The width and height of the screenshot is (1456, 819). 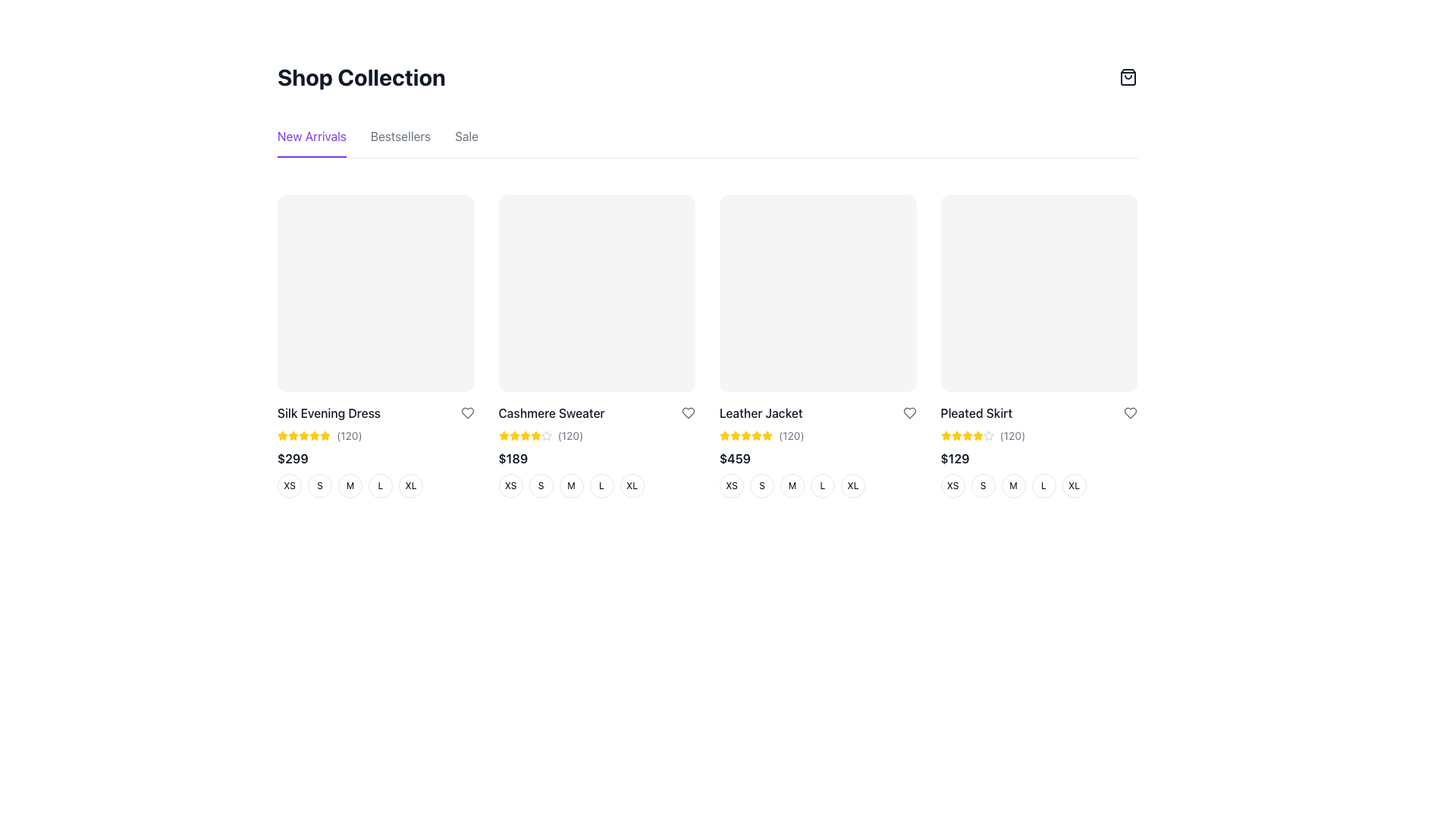 I want to click on the image placeholder in the first product card for 'Silk Evening Dress', which serves as the main display area at the top of the card, so click(x=375, y=293).